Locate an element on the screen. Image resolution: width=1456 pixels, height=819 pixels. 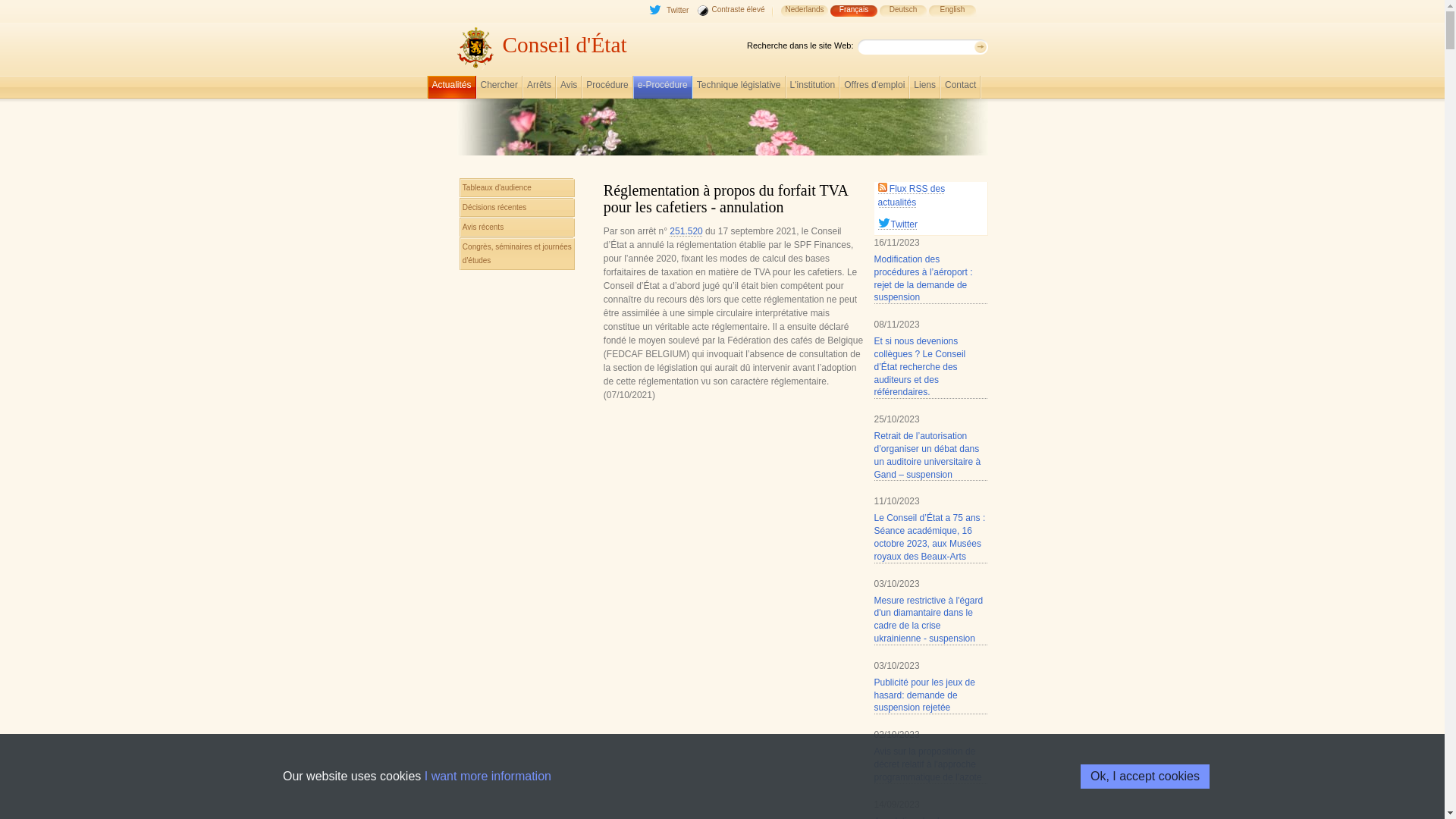
'Offres d'emploi' is located at coordinates (874, 89).